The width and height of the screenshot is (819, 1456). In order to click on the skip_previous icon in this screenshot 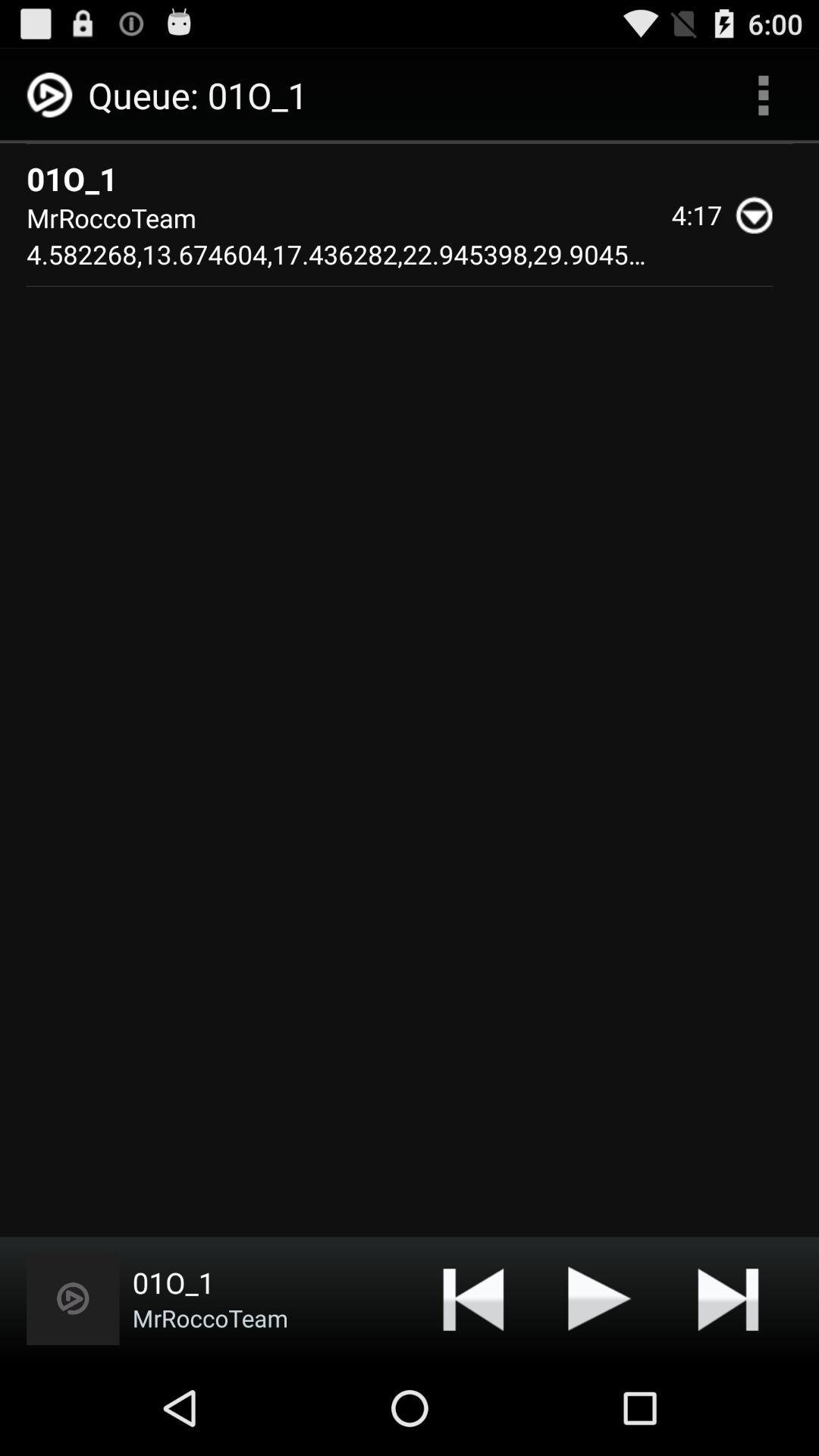, I will do `click(472, 1389)`.